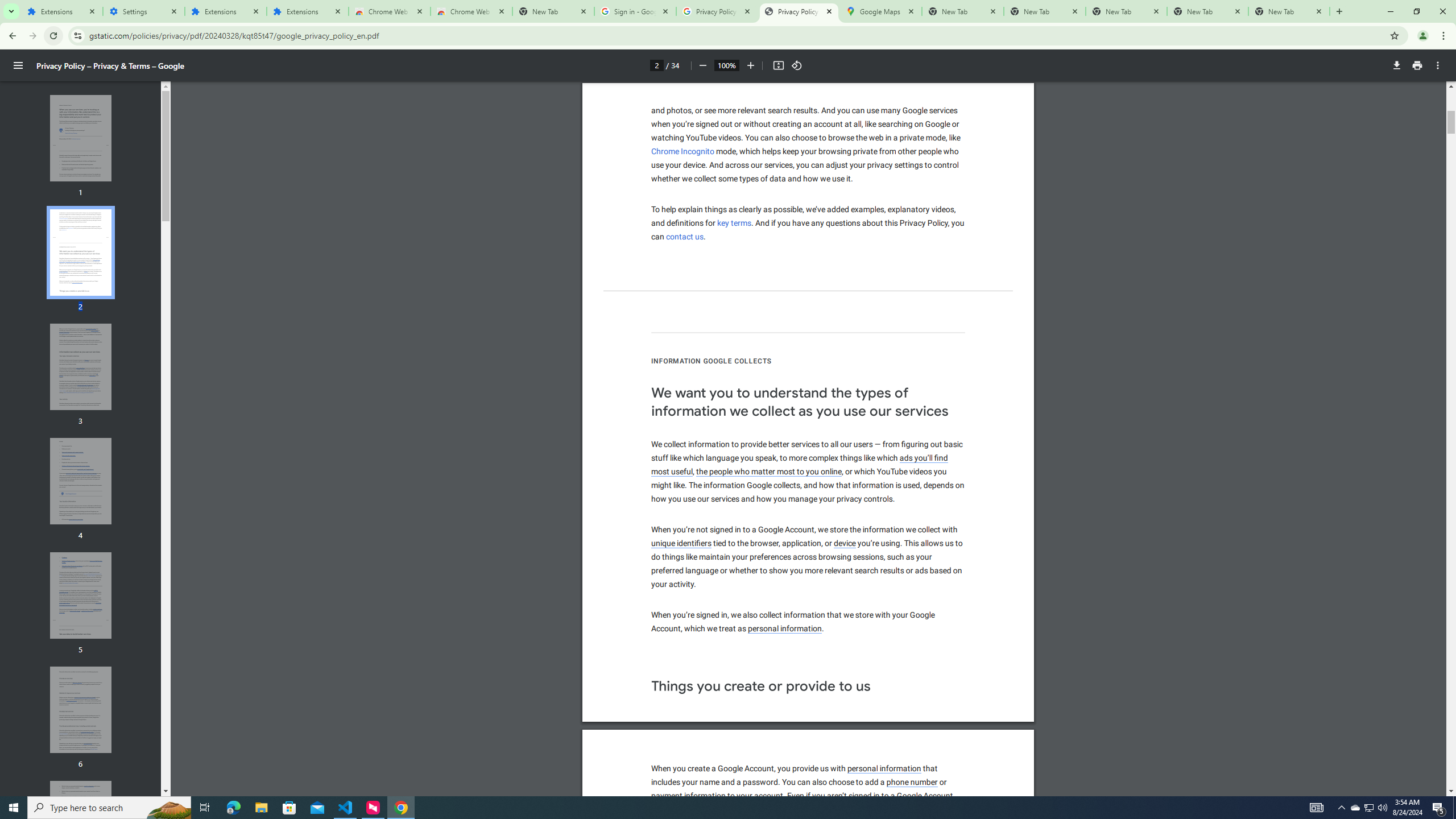 The width and height of the screenshot is (1456, 819). Describe the element at coordinates (682, 151) in the screenshot. I see `'Chrome Incognito'` at that location.